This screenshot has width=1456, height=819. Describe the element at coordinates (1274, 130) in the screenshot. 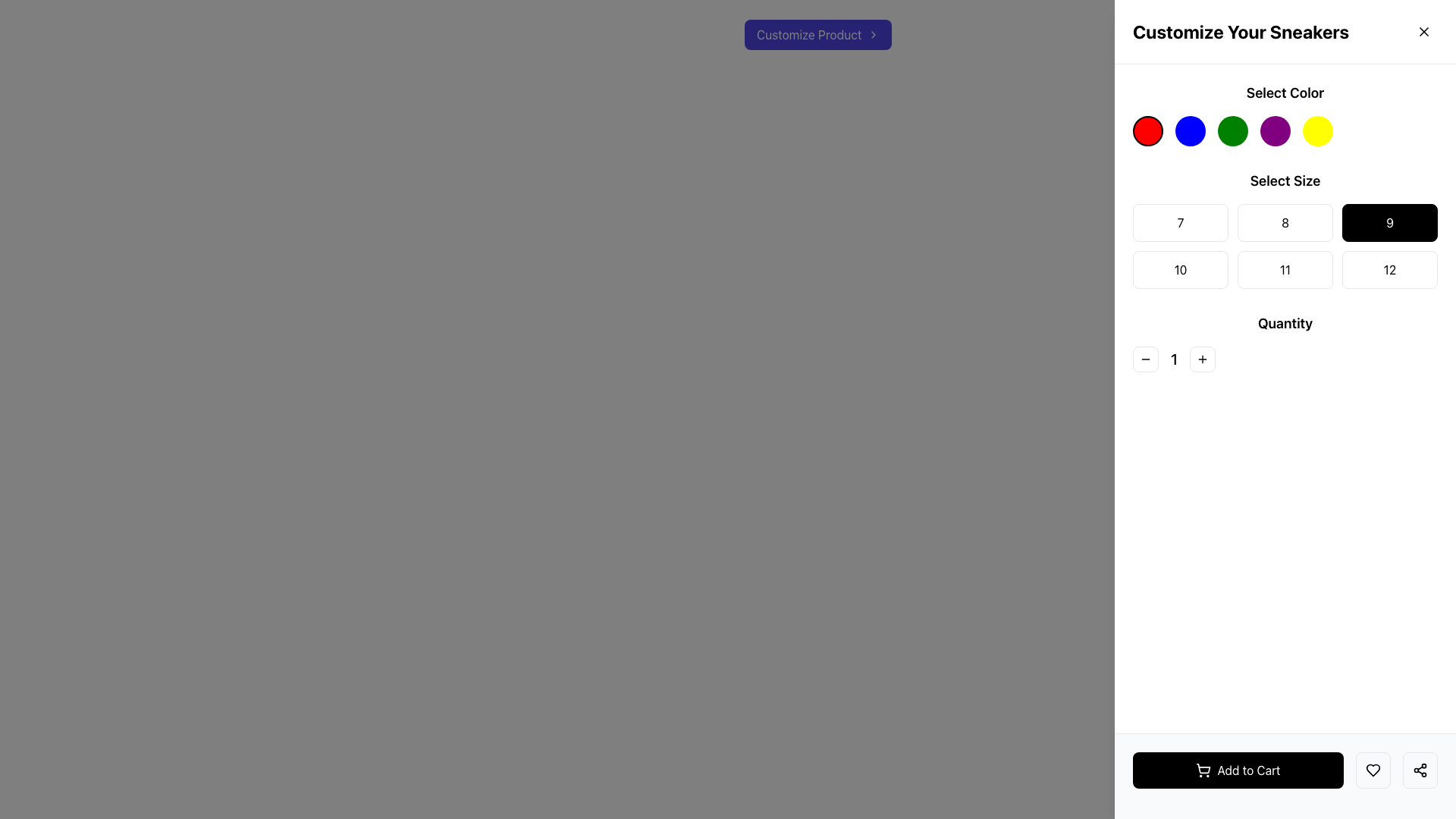

I see `the fourth circular color selector button` at that location.